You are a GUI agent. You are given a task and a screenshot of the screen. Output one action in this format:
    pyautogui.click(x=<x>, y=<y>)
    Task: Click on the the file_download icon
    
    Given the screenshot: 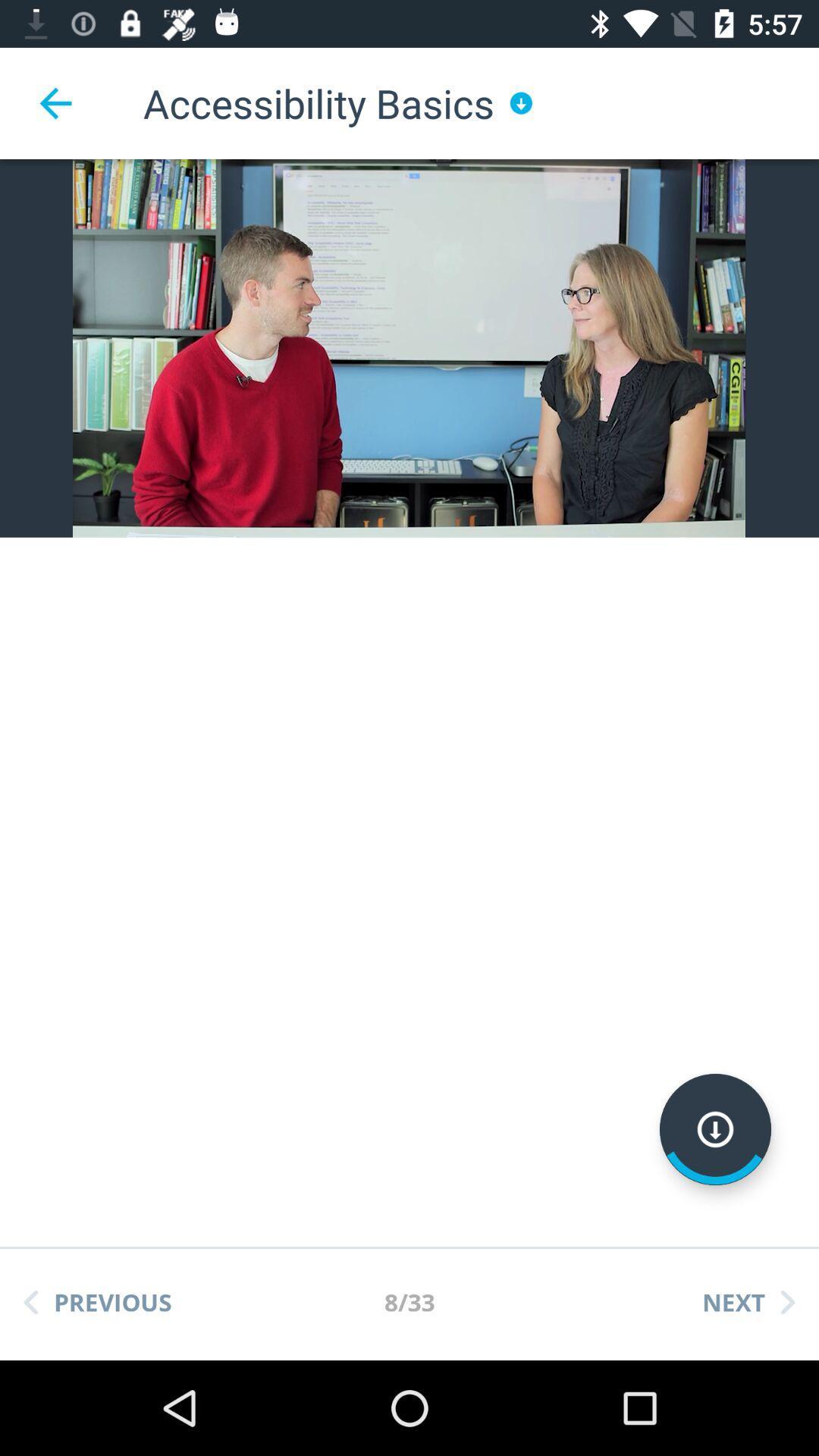 What is the action you would take?
    pyautogui.click(x=715, y=1129)
    